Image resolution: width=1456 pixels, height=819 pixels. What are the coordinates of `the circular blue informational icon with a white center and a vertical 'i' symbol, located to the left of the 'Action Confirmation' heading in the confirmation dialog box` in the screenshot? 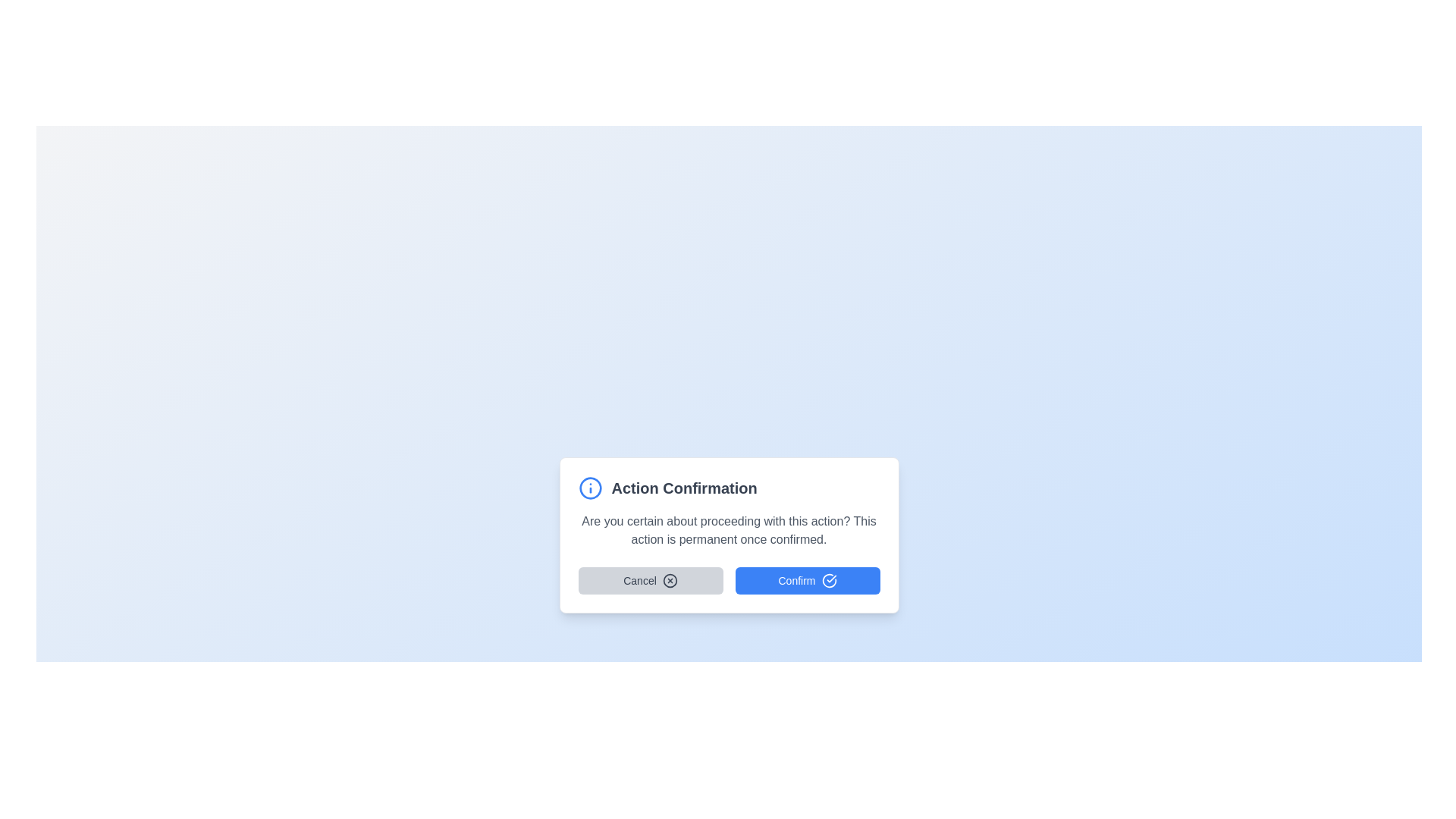 It's located at (589, 488).